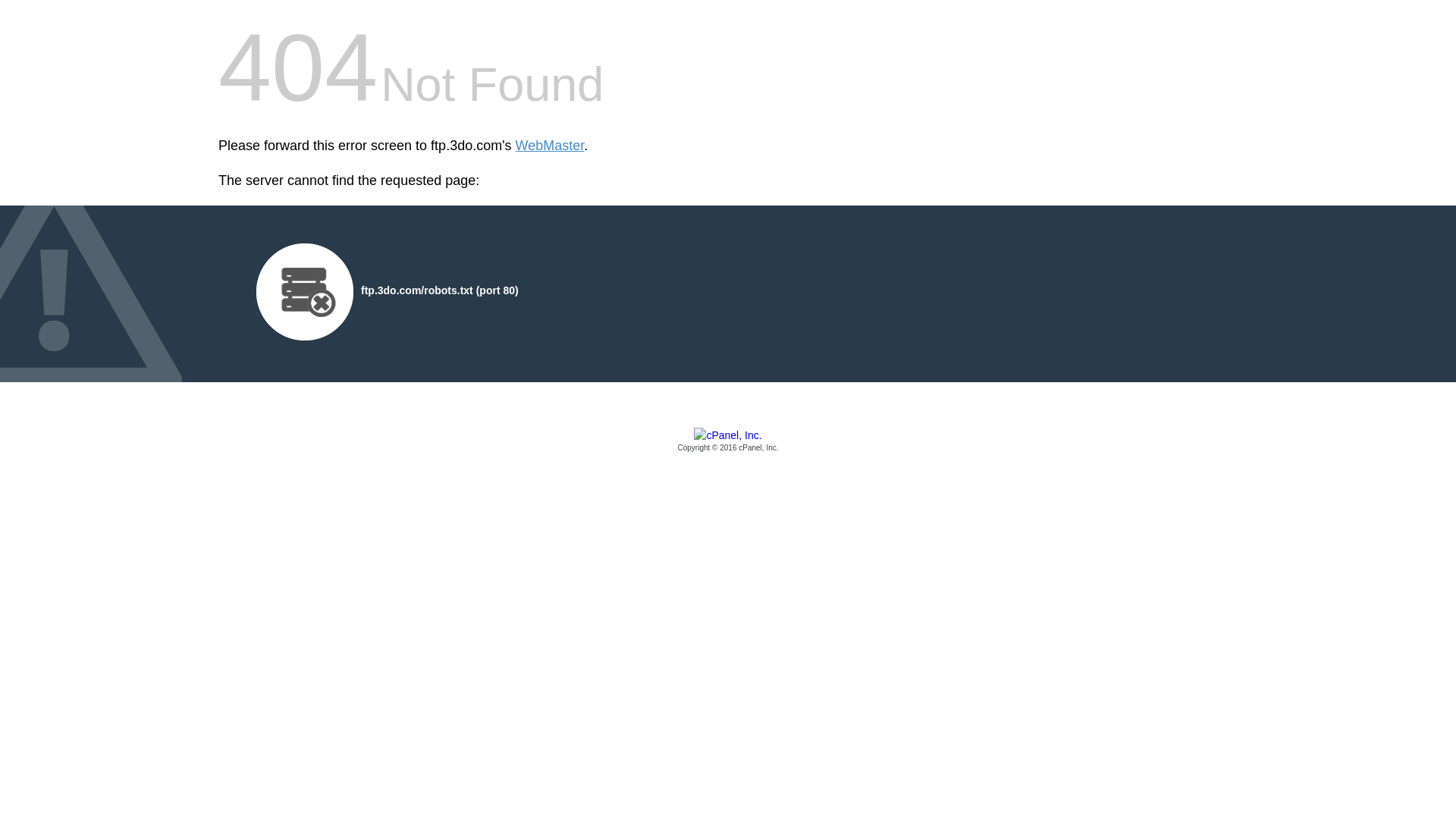  What do you see at coordinates (516, 146) in the screenshot?
I see `'WebMaster'` at bounding box center [516, 146].